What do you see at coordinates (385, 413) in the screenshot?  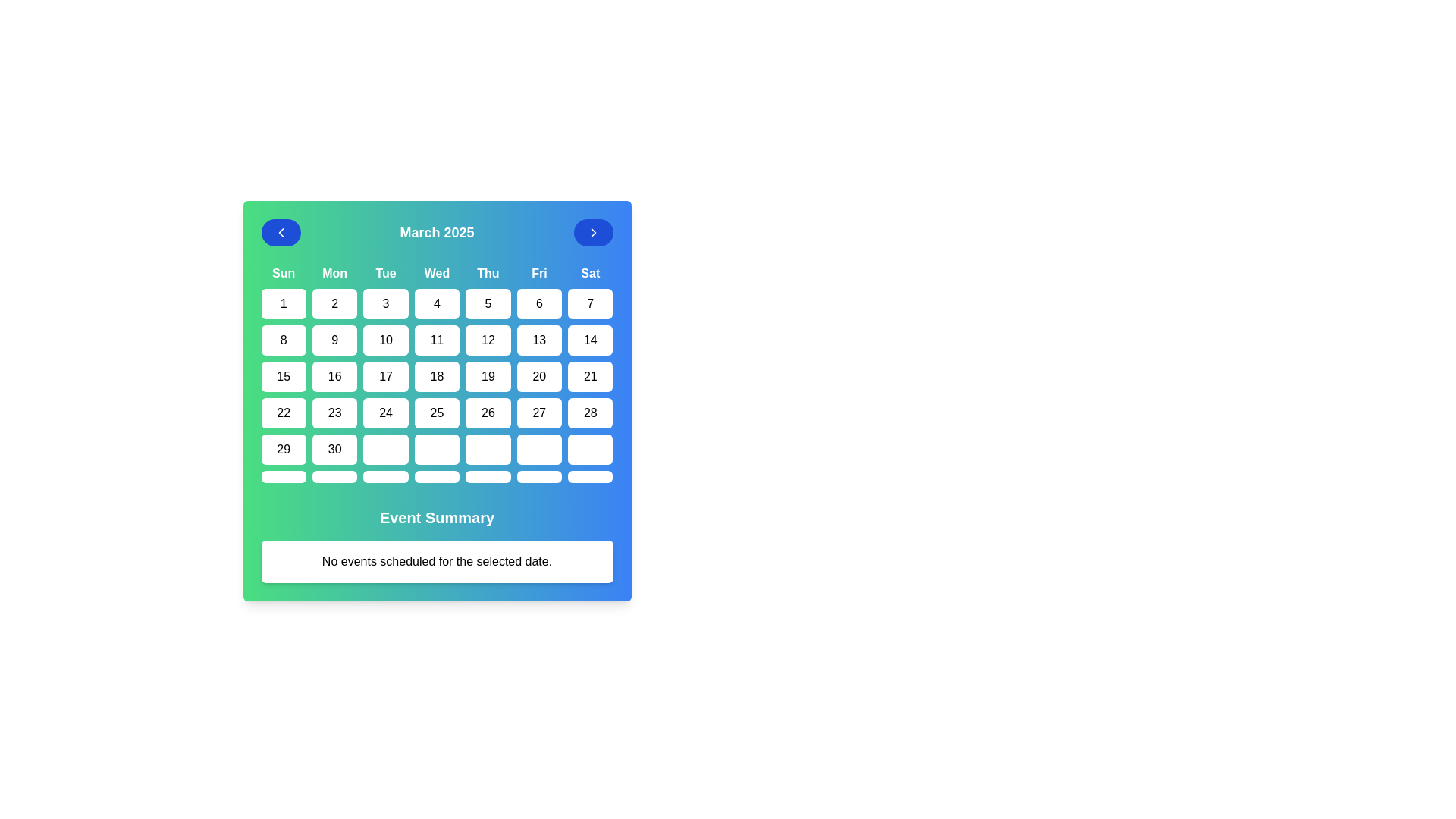 I see `the calendar date cell displaying '24', which has a white background and black centered text, located in the calendar grid as the fourth cell of the last week of March 2025` at bounding box center [385, 413].